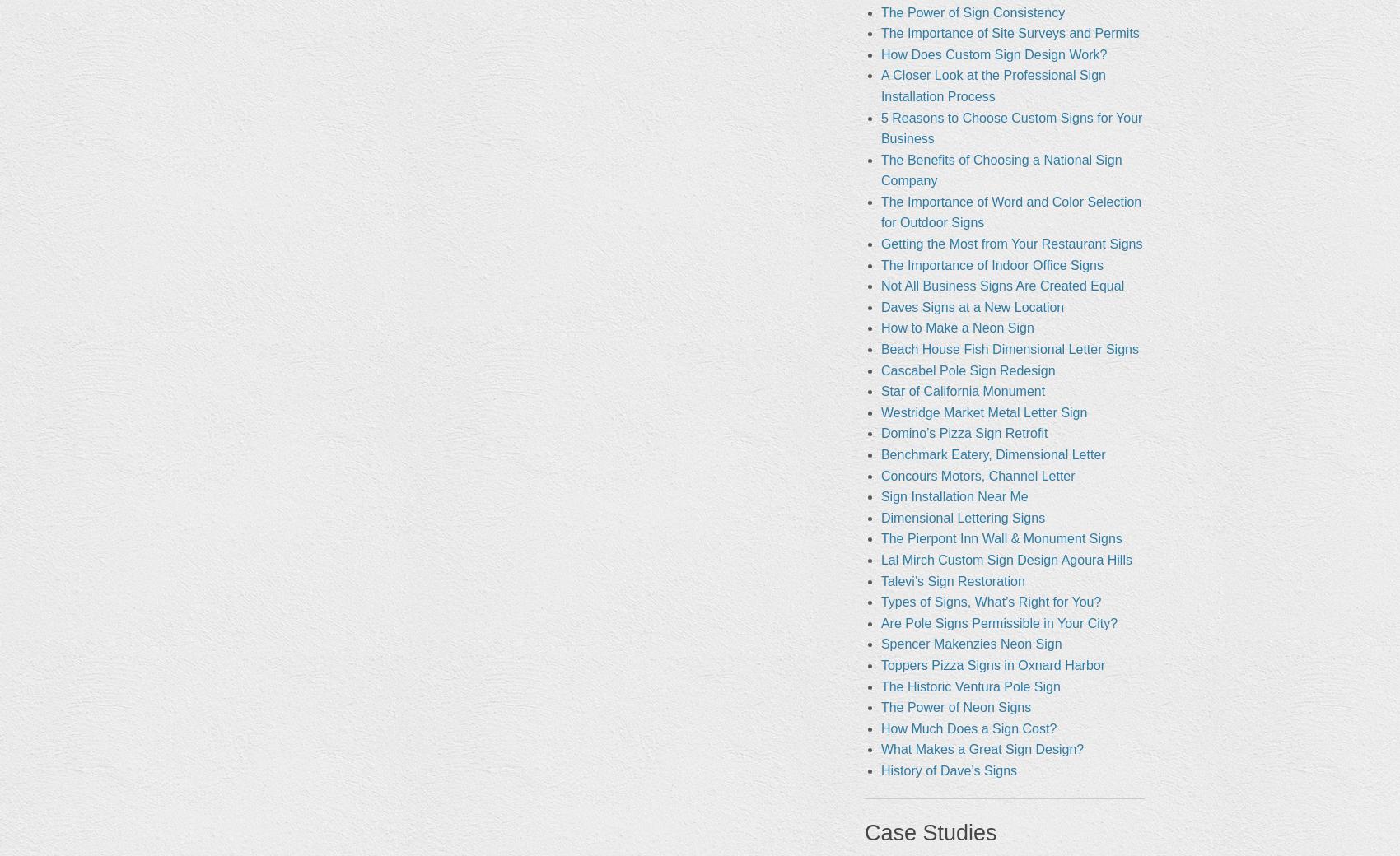  Describe the element at coordinates (880, 706) in the screenshot. I see `'The Power of Neon Signs'` at that location.